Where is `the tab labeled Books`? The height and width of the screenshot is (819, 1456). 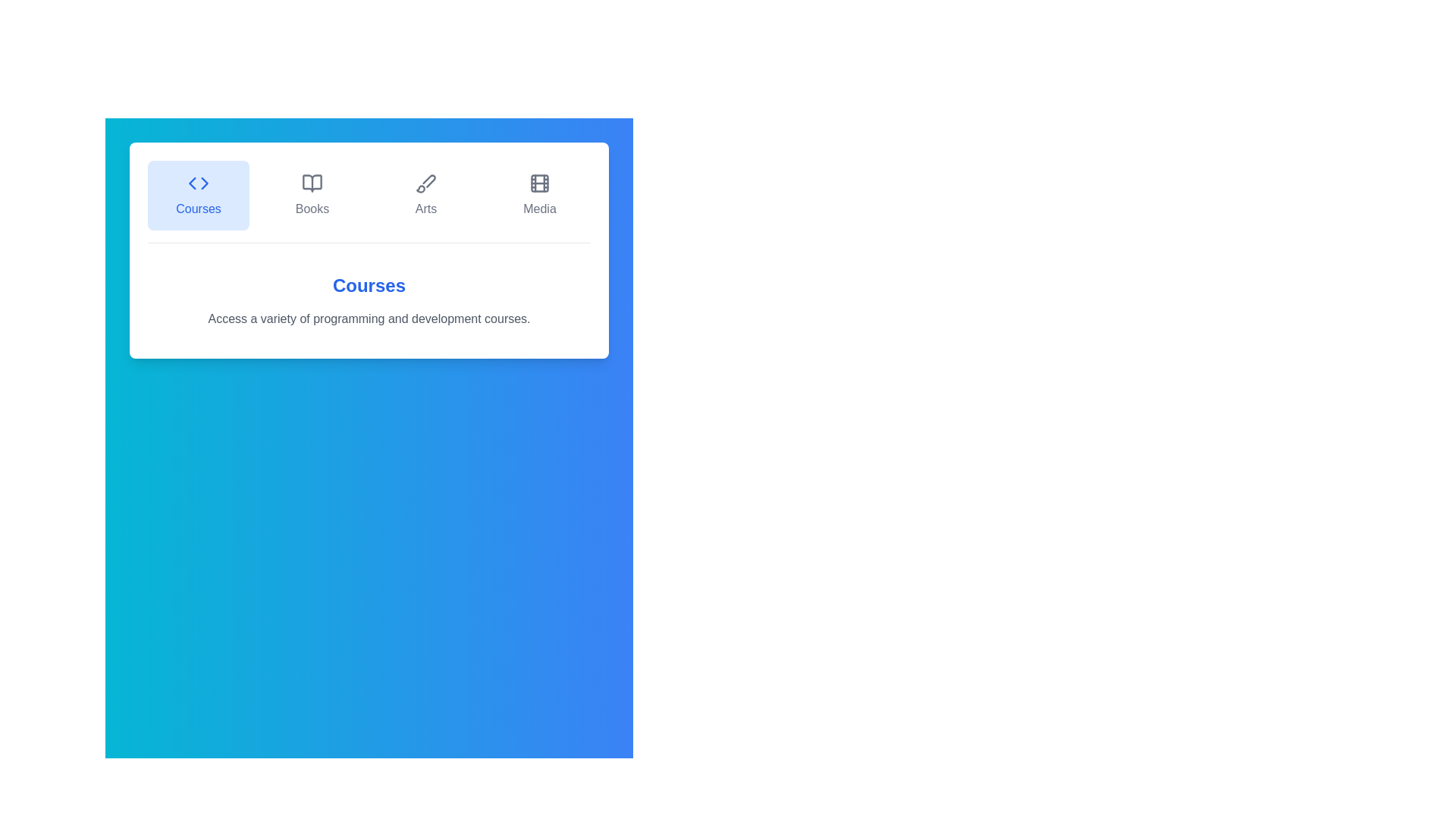 the tab labeled Books is located at coordinates (312, 195).